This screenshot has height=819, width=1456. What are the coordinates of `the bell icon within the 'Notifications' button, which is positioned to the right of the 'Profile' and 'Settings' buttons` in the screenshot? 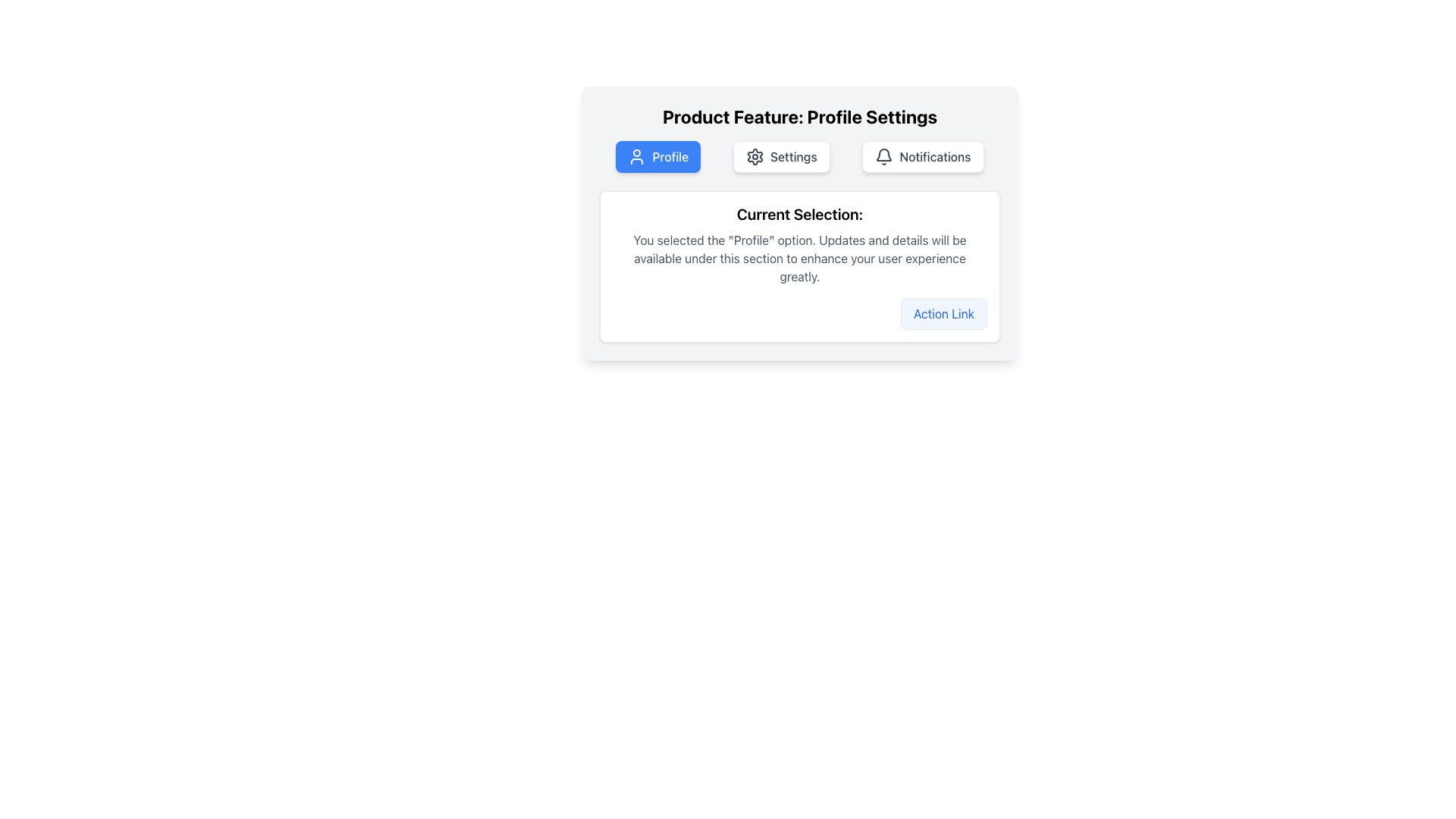 It's located at (884, 157).